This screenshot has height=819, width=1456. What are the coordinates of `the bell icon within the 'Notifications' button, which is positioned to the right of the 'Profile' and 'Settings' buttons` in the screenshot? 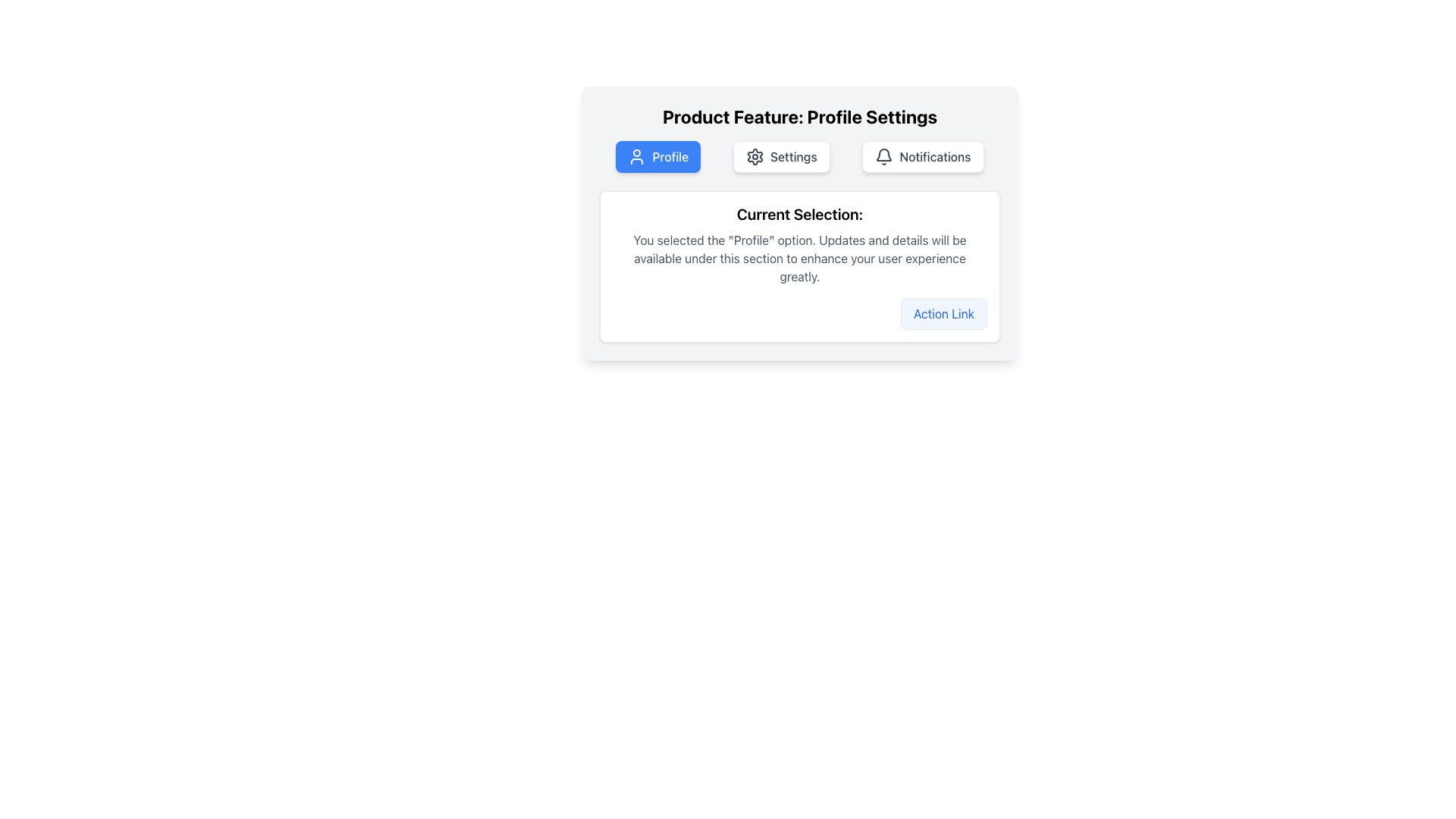 It's located at (884, 157).